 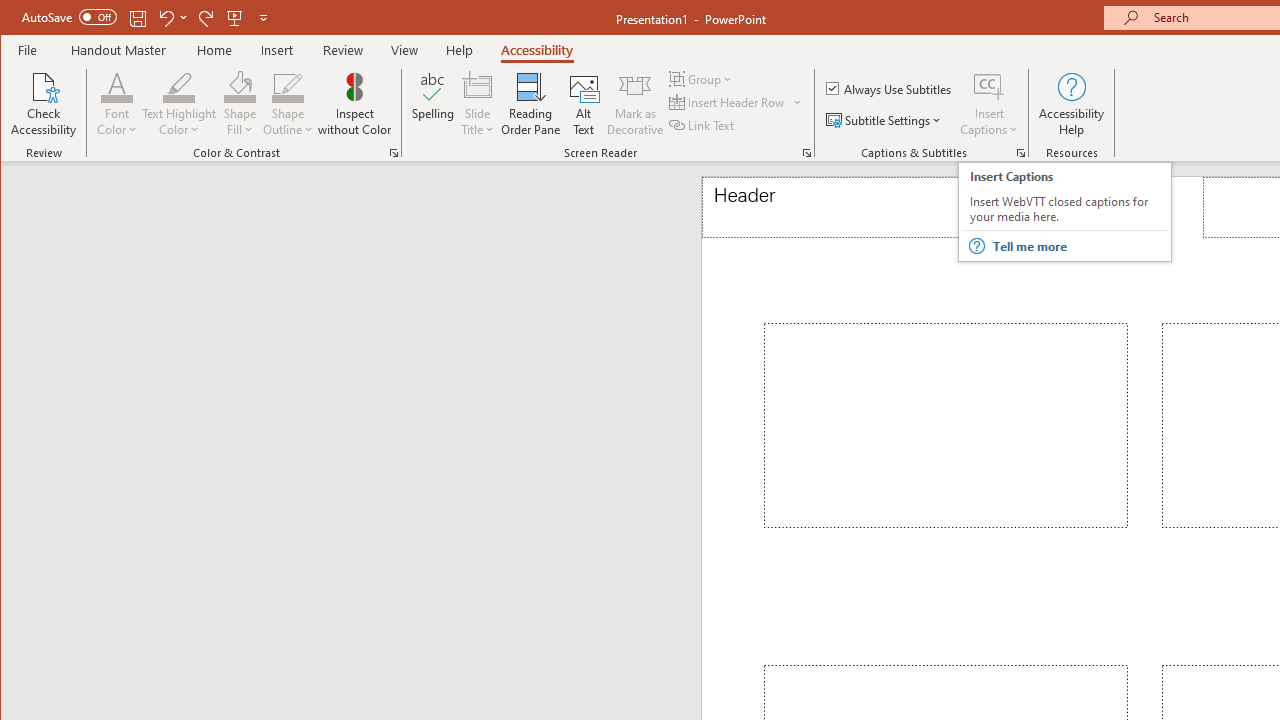 What do you see at coordinates (118, 49) in the screenshot?
I see `'Handout Master'` at bounding box center [118, 49].